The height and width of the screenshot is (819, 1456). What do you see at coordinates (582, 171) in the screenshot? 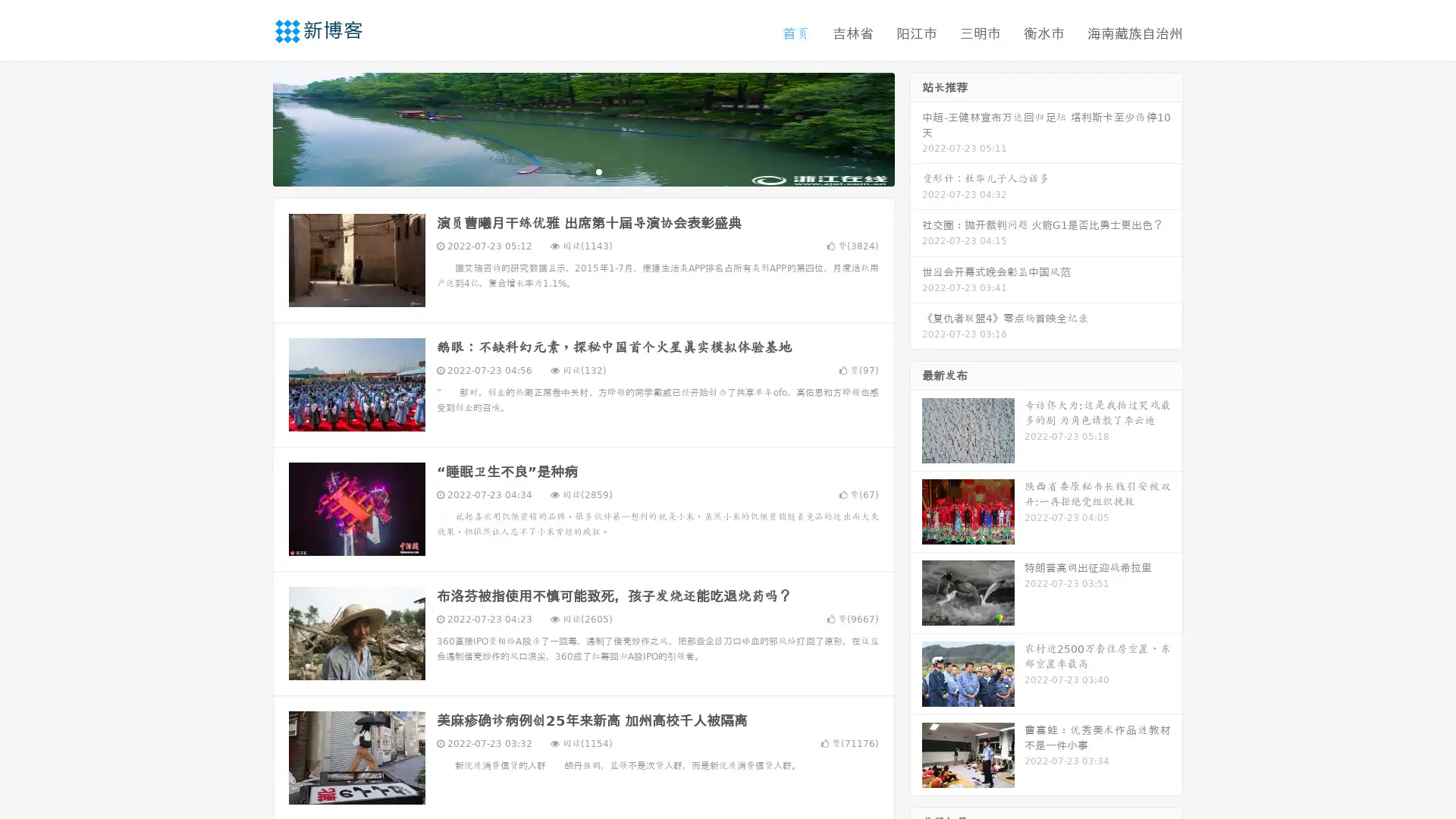
I see `Go to slide 2` at bounding box center [582, 171].